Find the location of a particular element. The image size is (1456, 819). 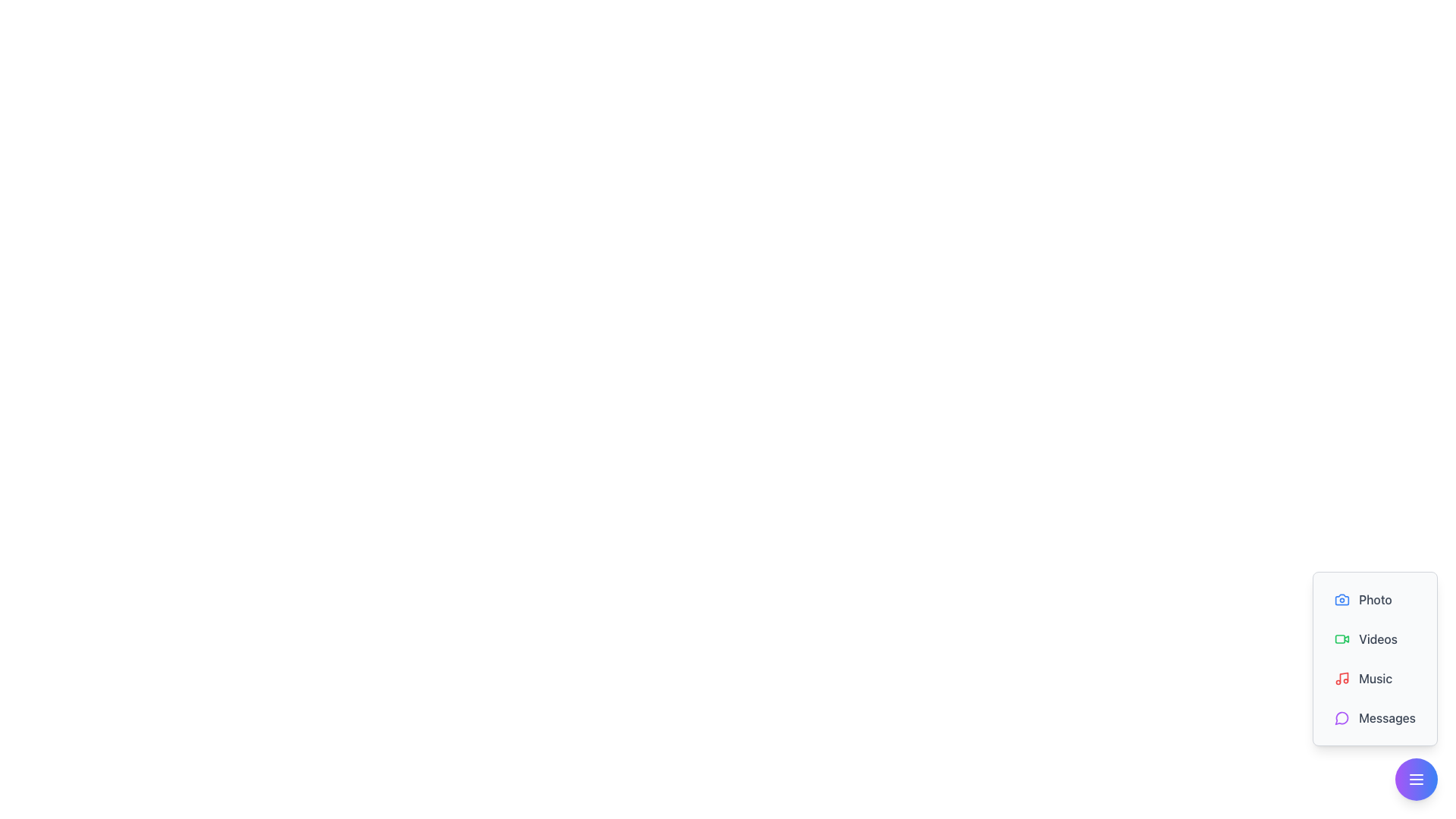

the video icon located second from the top in the vertical stack of icons and labels is located at coordinates (1340, 639).